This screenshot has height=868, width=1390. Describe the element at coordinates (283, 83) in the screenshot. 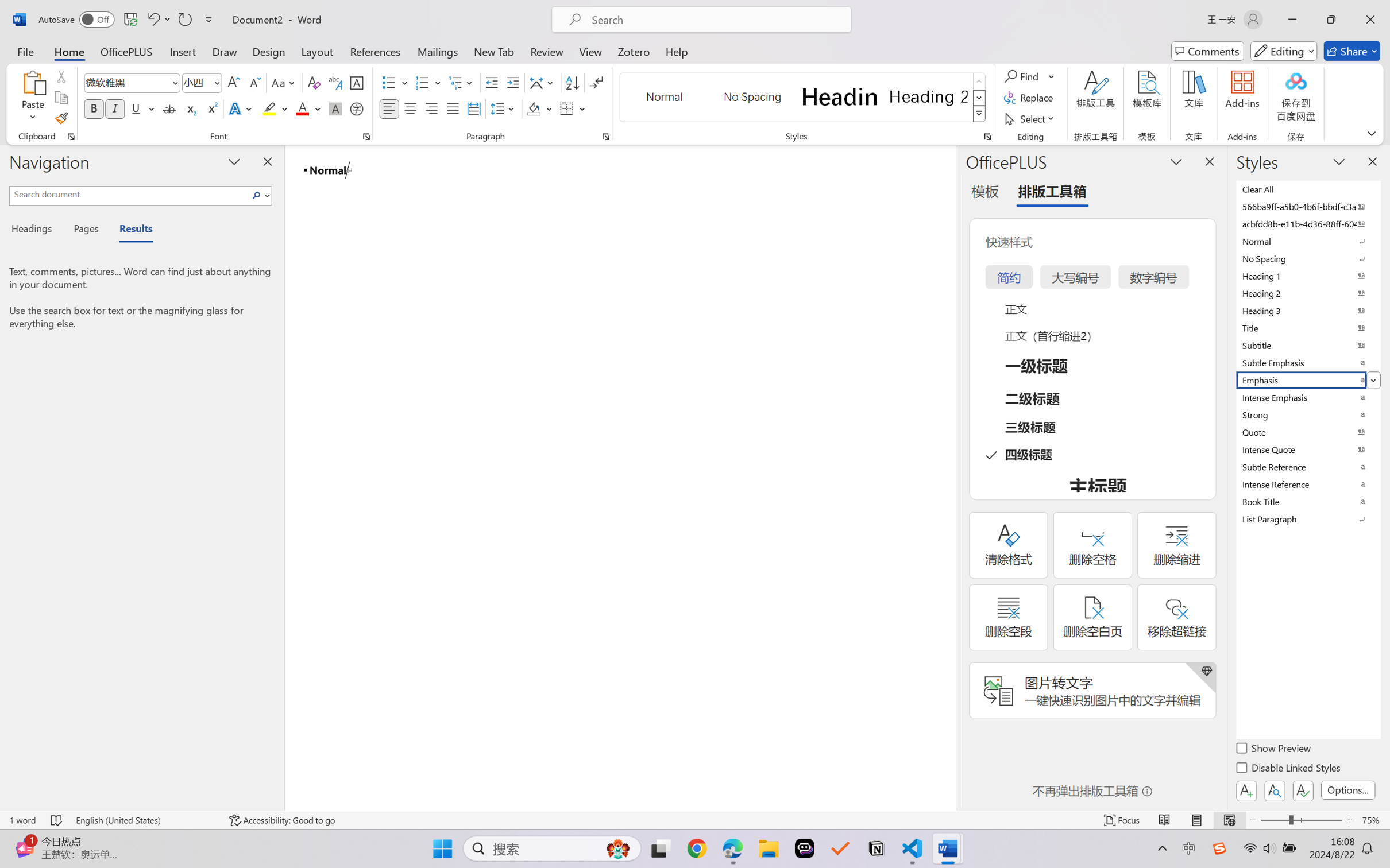

I see `'Change Case'` at that location.